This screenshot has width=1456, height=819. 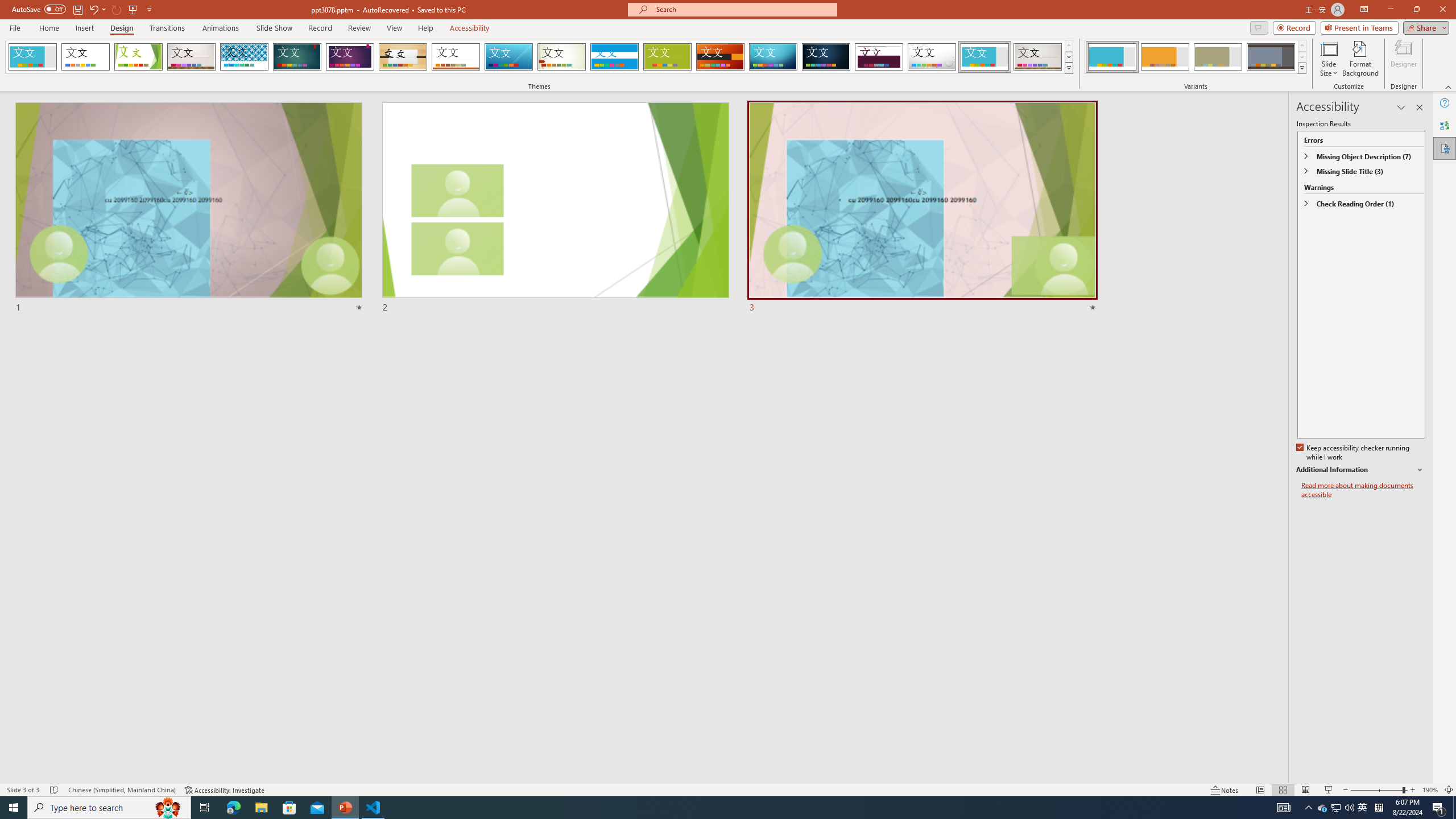 What do you see at coordinates (879, 56) in the screenshot?
I see `'Dividend'` at bounding box center [879, 56].